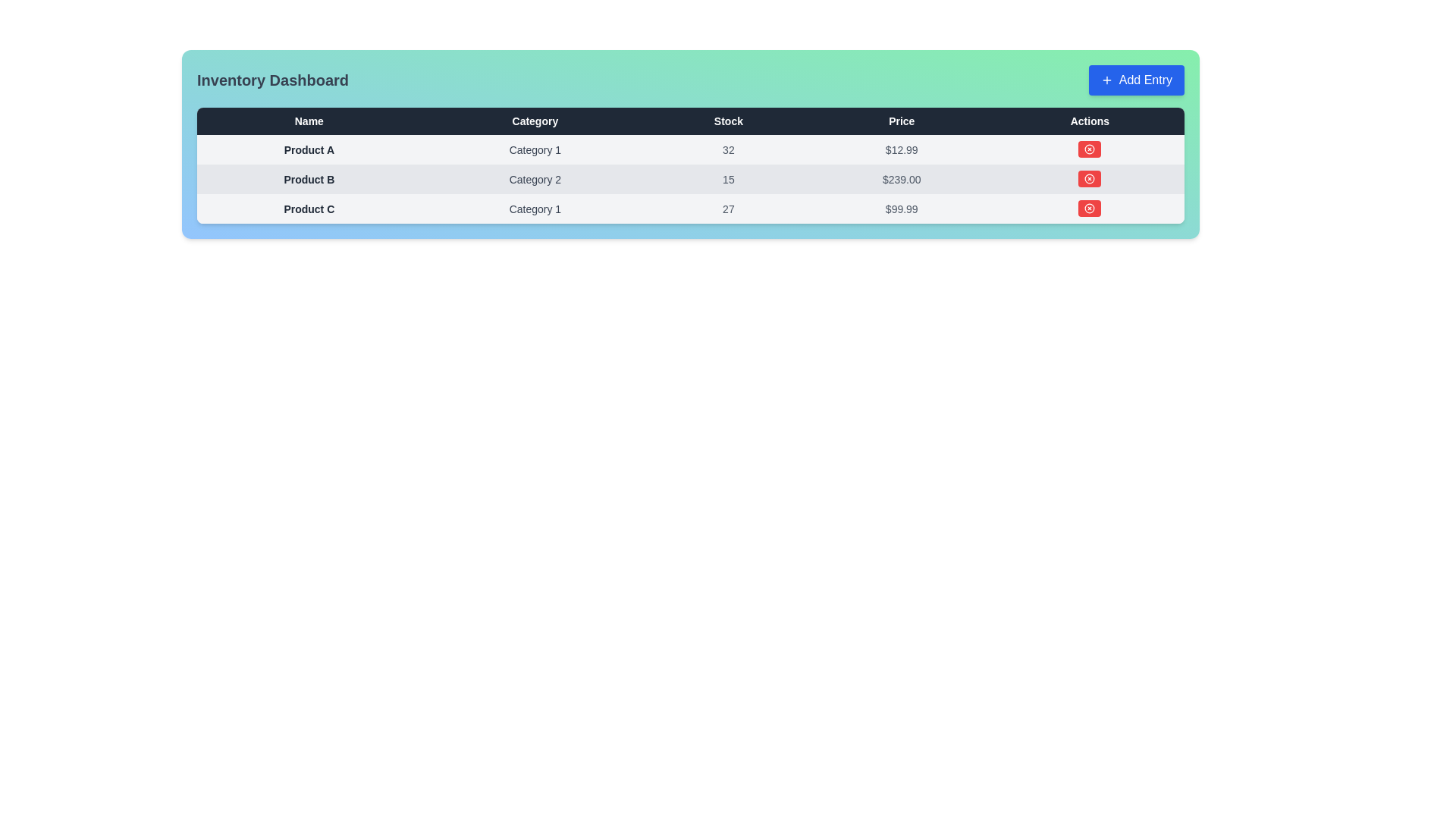  I want to click on details shown for 'Product B' in the second row of the table, which includes its name, category, stock, and price information, so click(690, 178).